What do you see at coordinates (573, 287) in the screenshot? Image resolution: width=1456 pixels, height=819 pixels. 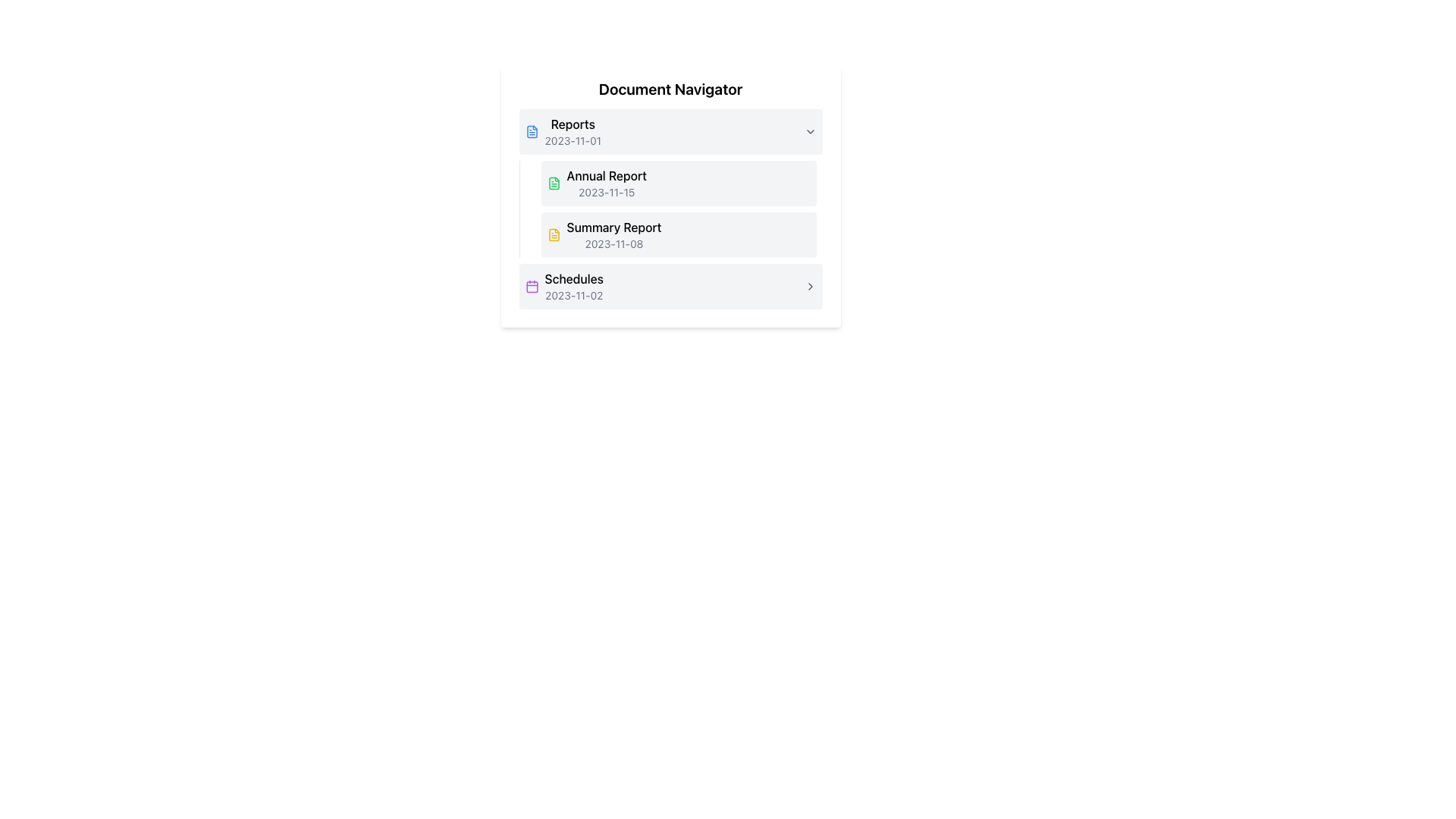 I see `text label titled 'Schedules' with the date '2023-11-02' located in the bottom section of the 'Document Navigator' panel, the last item in the list` at bounding box center [573, 287].